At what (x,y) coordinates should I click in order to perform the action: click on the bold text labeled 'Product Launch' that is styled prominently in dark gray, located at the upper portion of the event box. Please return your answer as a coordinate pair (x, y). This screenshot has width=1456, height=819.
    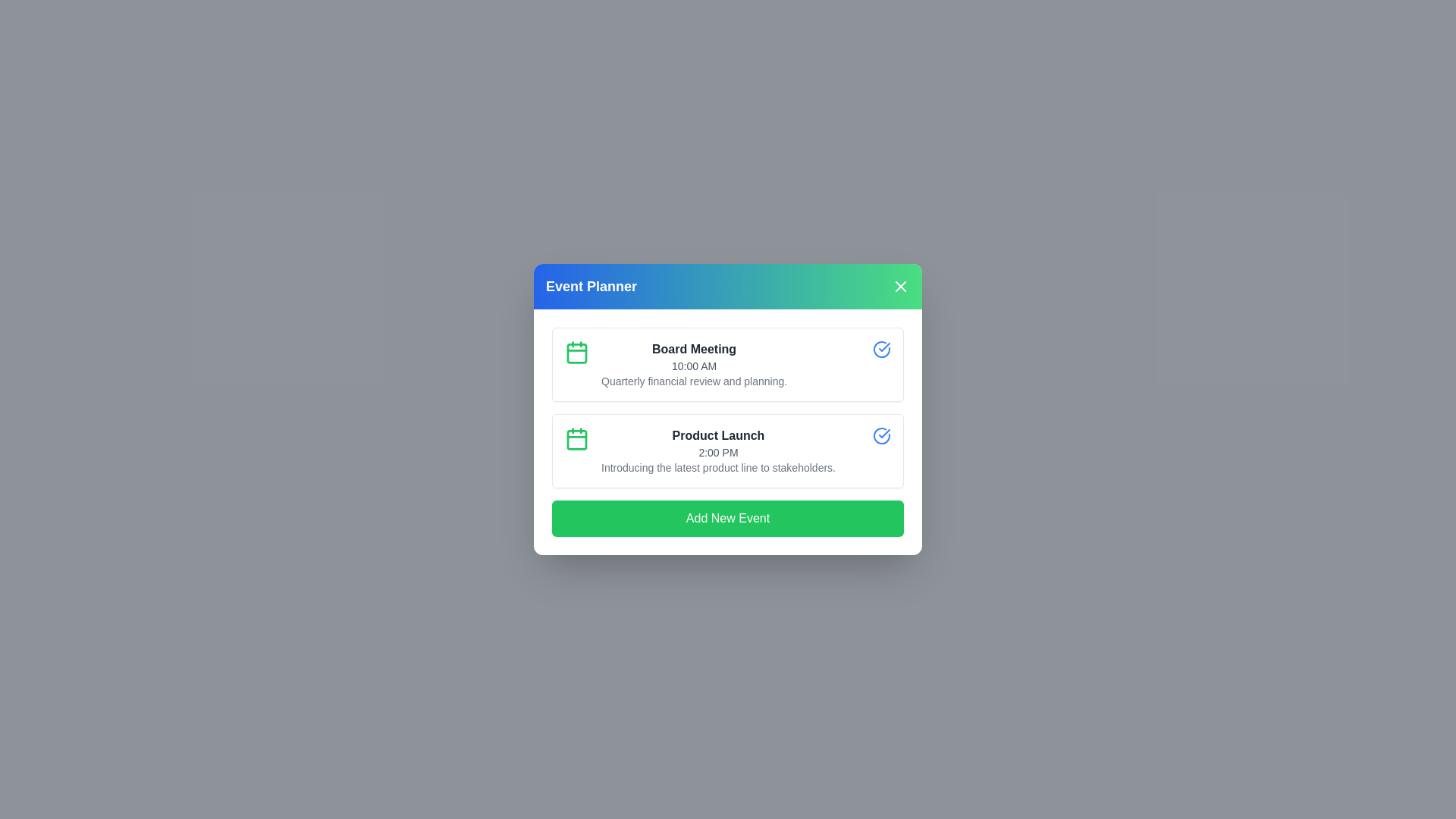
    Looking at the image, I should click on (717, 435).